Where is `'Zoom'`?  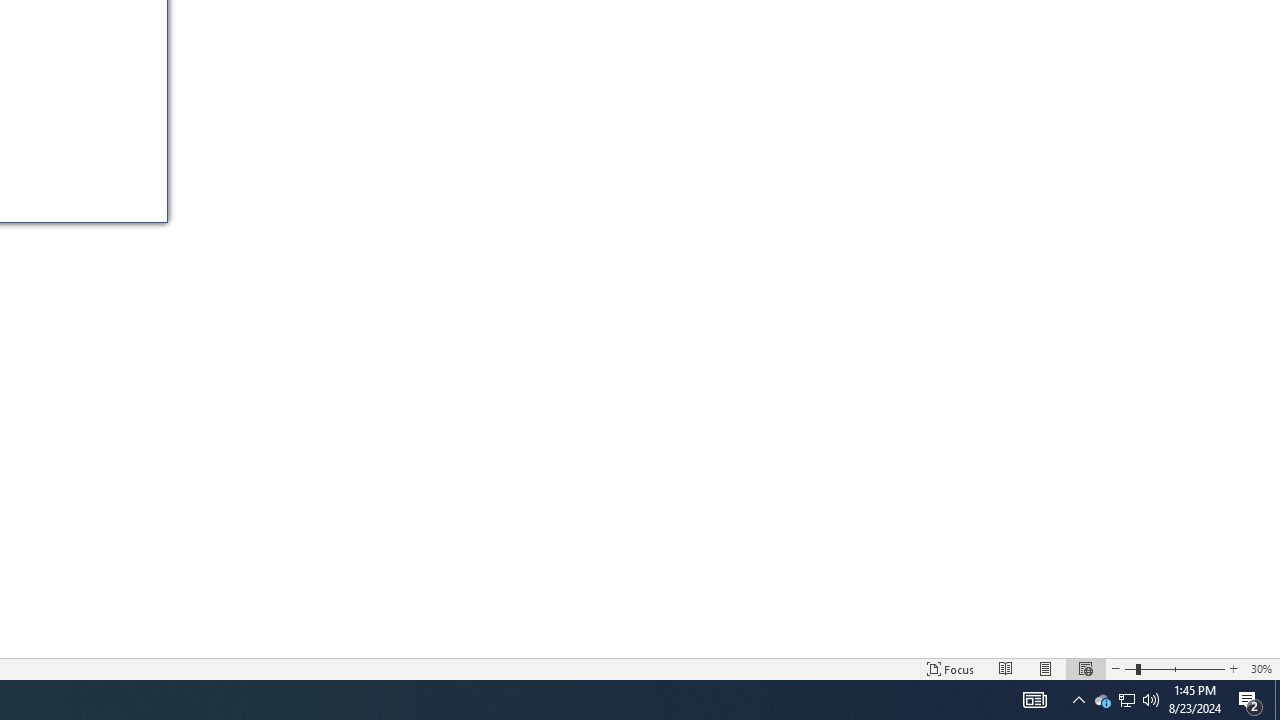
'Zoom' is located at coordinates (1175, 669).